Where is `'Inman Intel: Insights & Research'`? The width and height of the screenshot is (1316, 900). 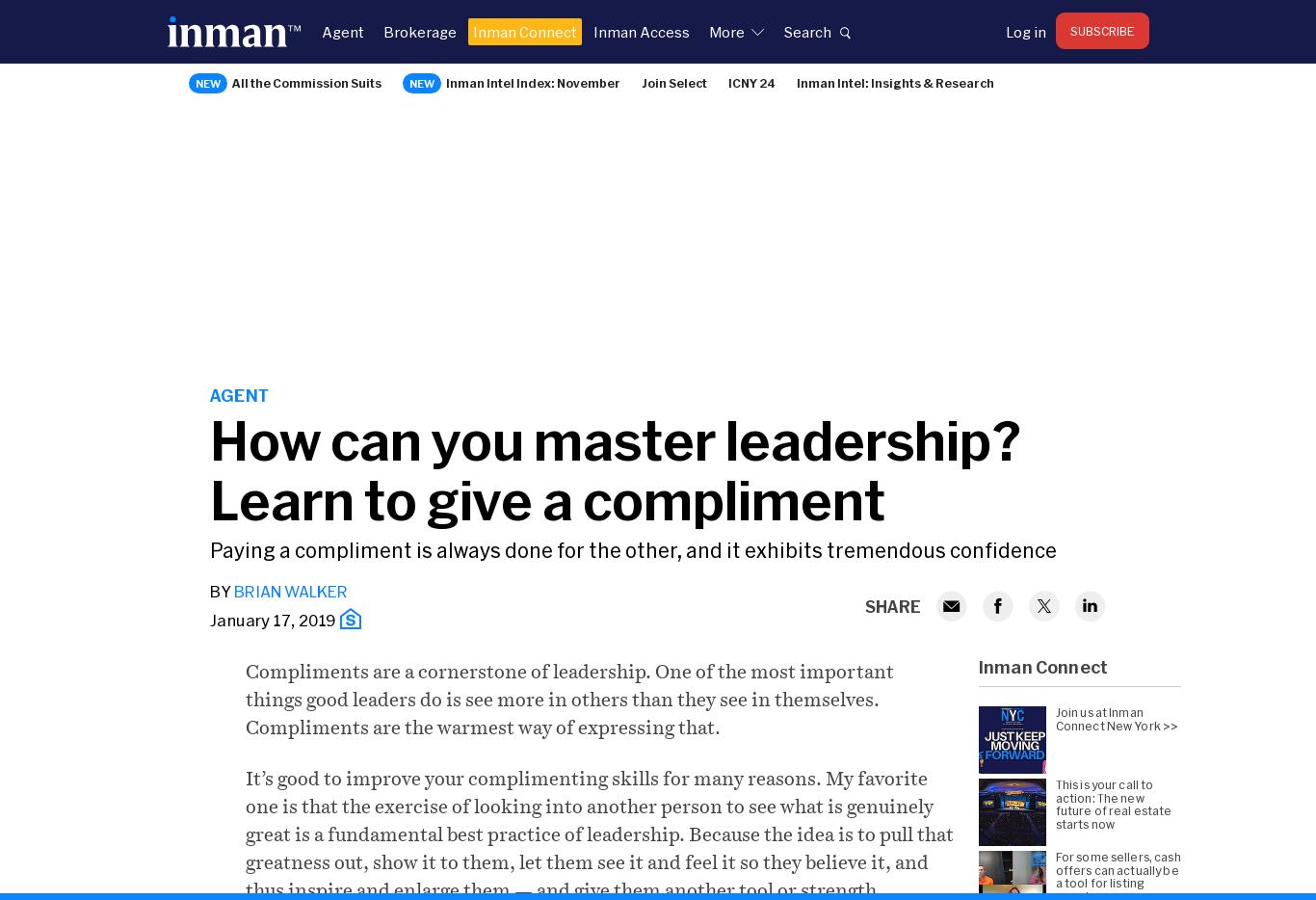
'Inman Intel: Insights & Research' is located at coordinates (895, 83).